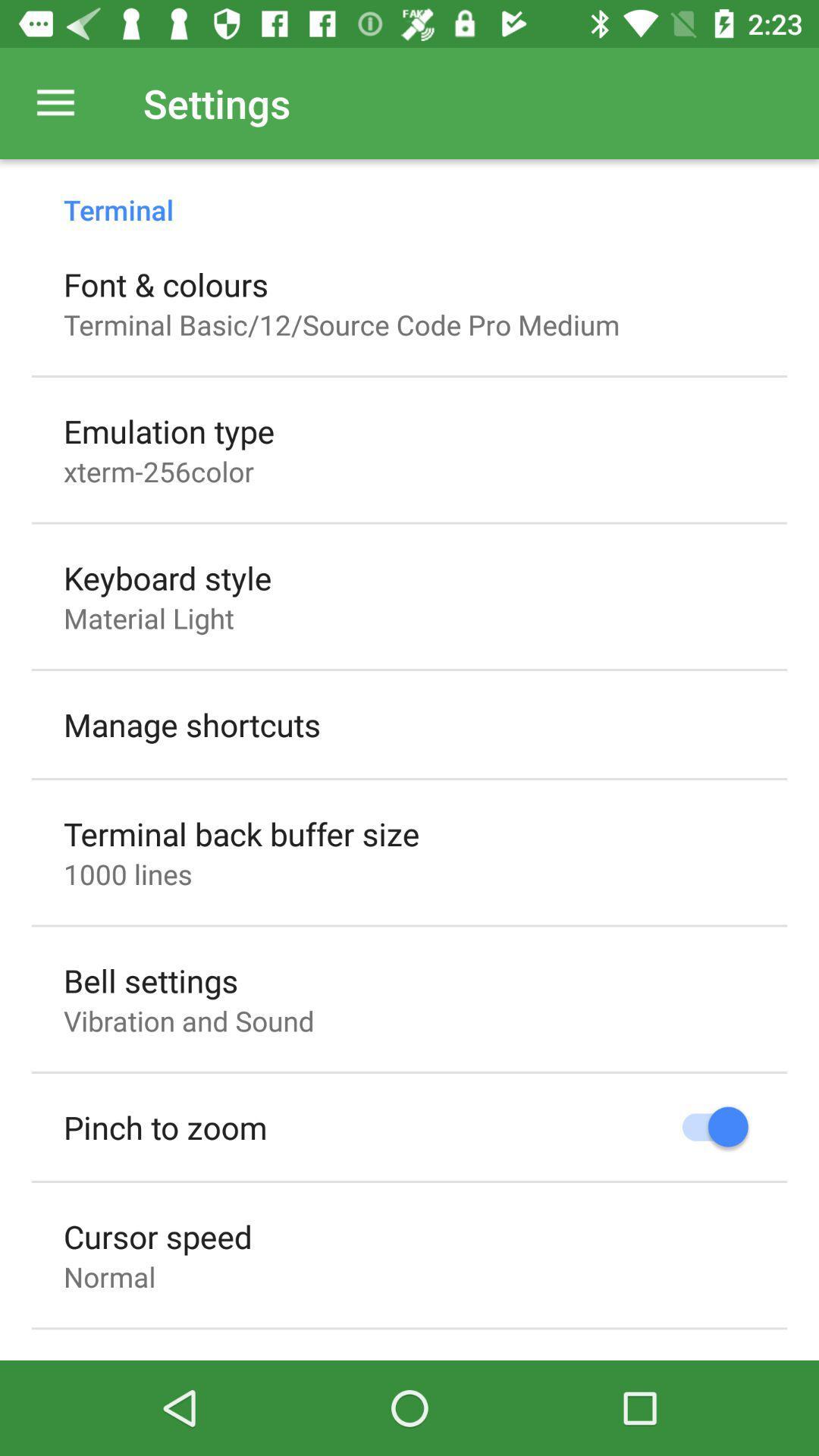 The height and width of the screenshot is (1456, 819). Describe the element at coordinates (158, 470) in the screenshot. I see `the xterm-256color item` at that location.